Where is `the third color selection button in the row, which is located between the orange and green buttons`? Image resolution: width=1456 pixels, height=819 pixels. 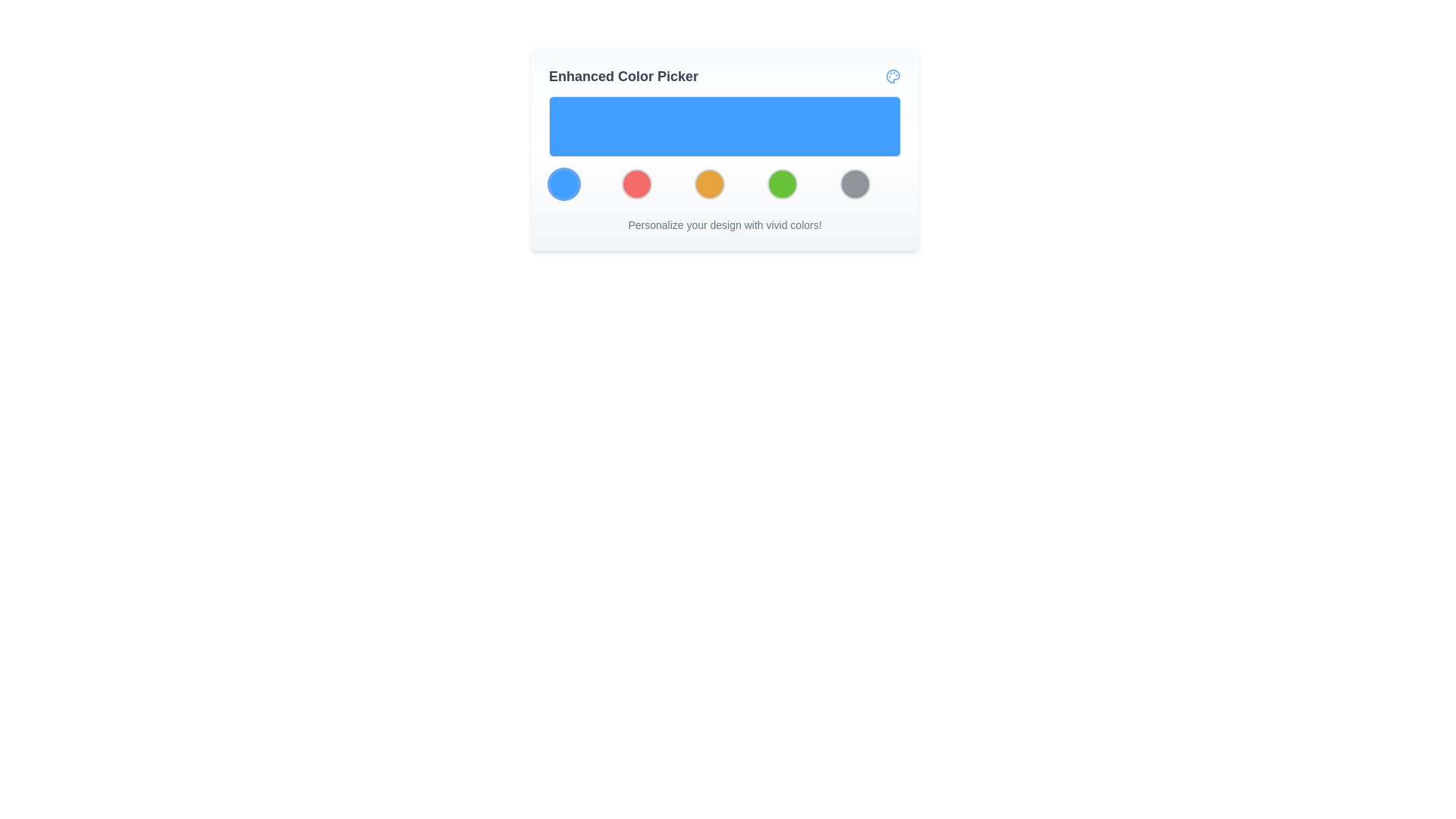 the third color selection button in the row, which is located between the orange and green buttons is located at coordinates (723, 184).